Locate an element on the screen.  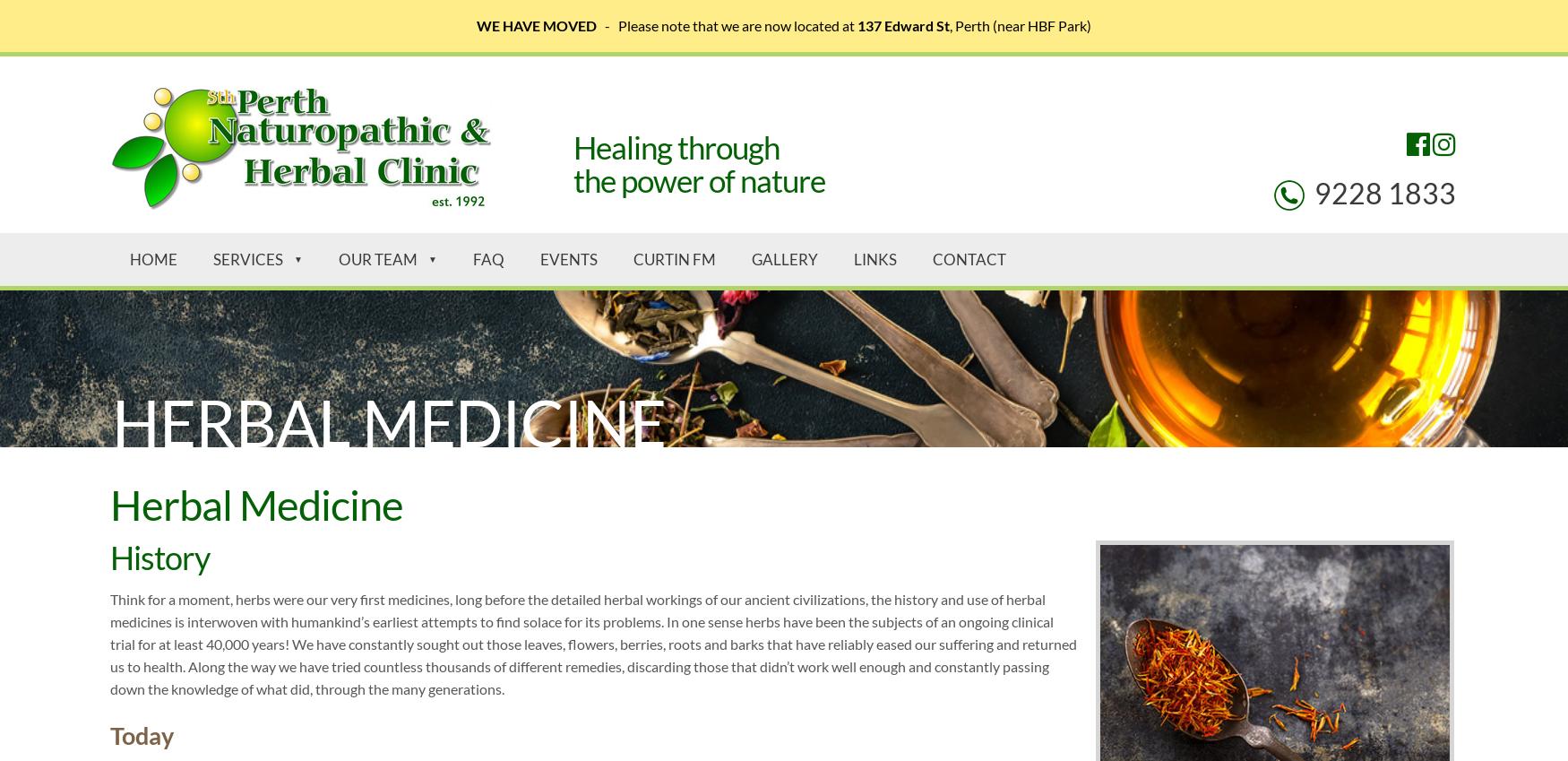
'-   Please note that we are now located at' is located at coordinates (726, 24).